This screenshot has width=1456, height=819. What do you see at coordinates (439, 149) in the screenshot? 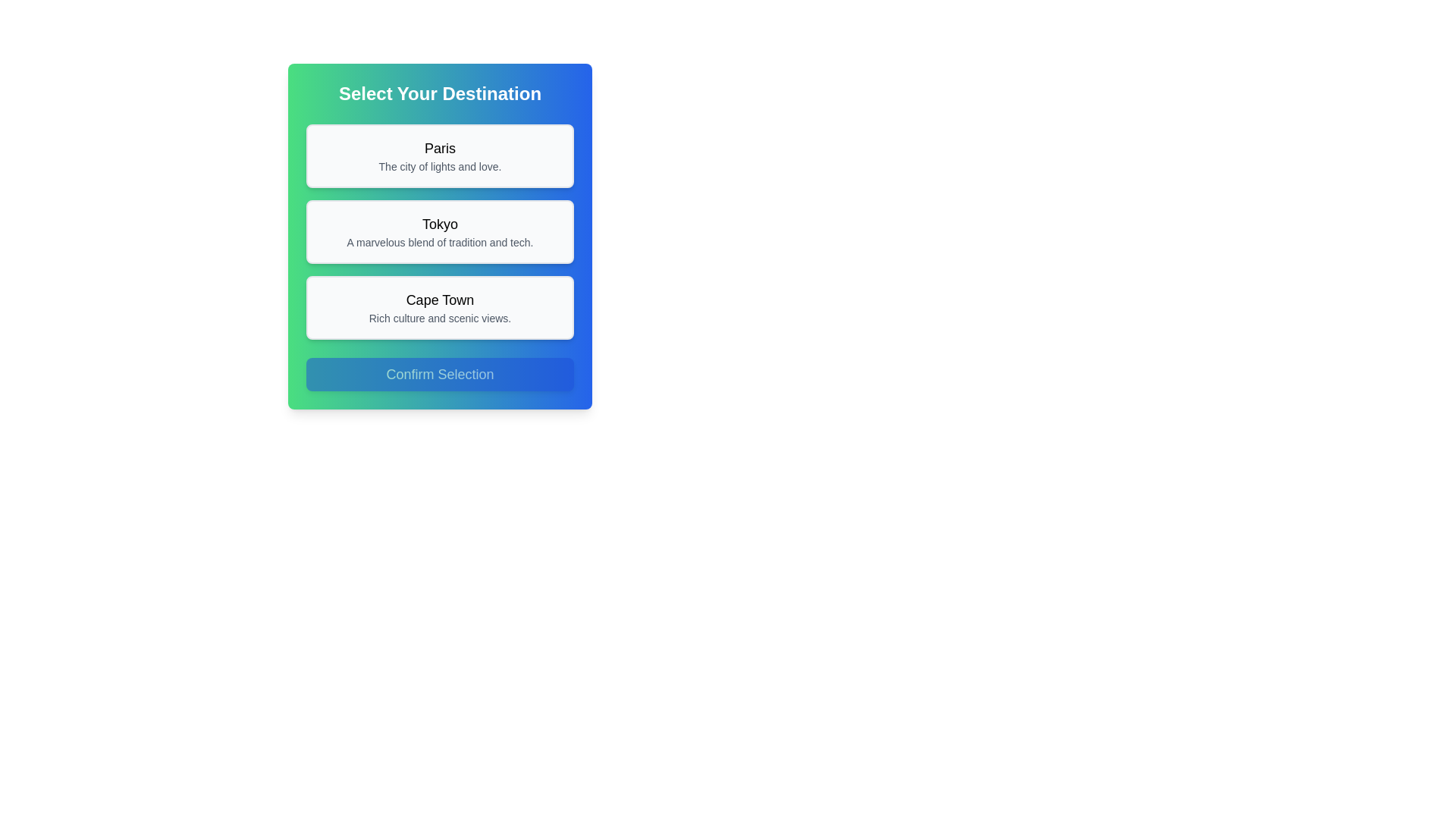
I see `the text label identifying the destination 'Paris' which is positioned above another text element in the application interface` at bounding box center [439, 149].